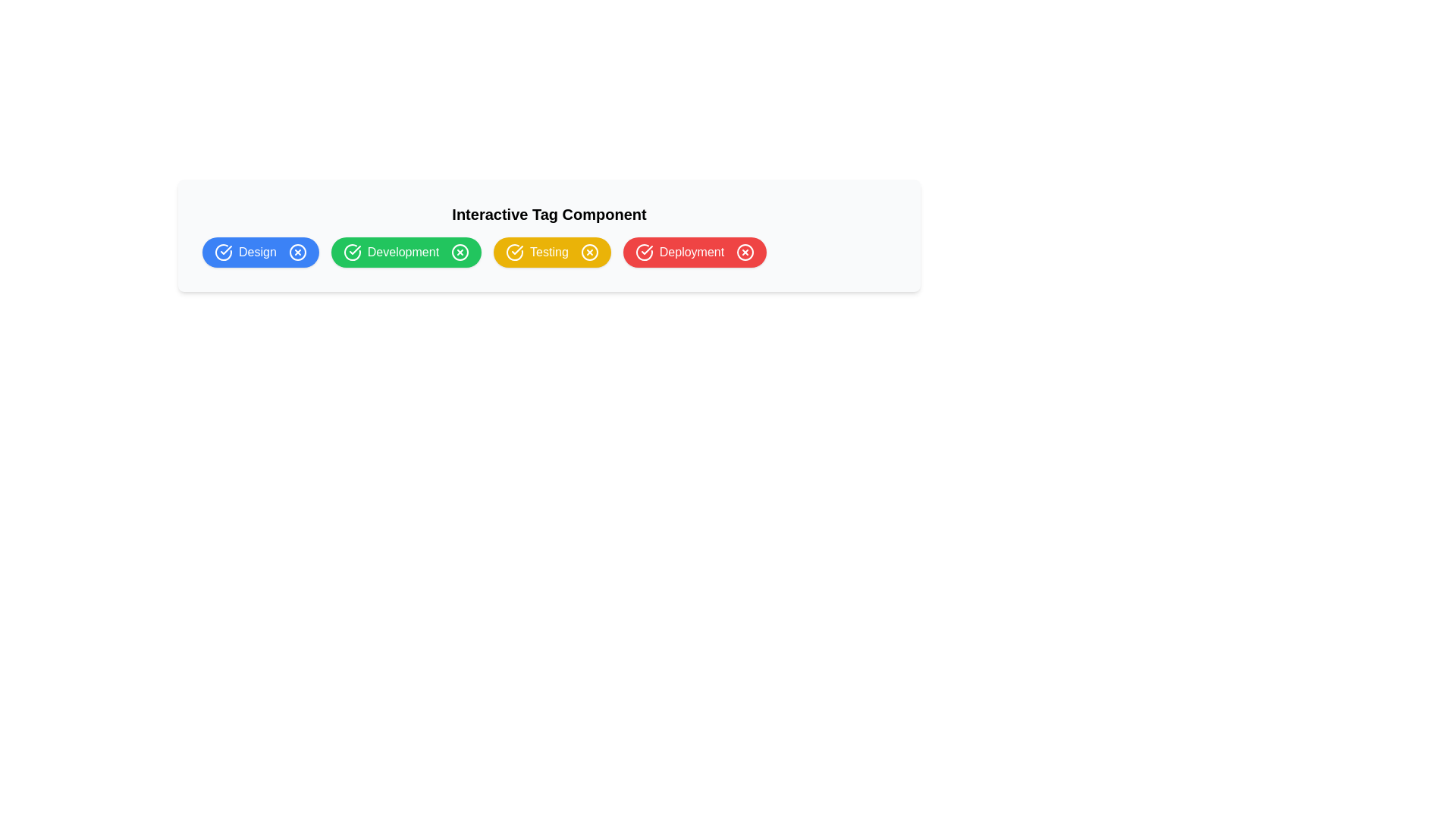 The image size is (1456, 819). Describe the element at coordinates (694, 251) in the screenshot. I see `the red pill-shaped button labeled 'Deployment'` at that location.